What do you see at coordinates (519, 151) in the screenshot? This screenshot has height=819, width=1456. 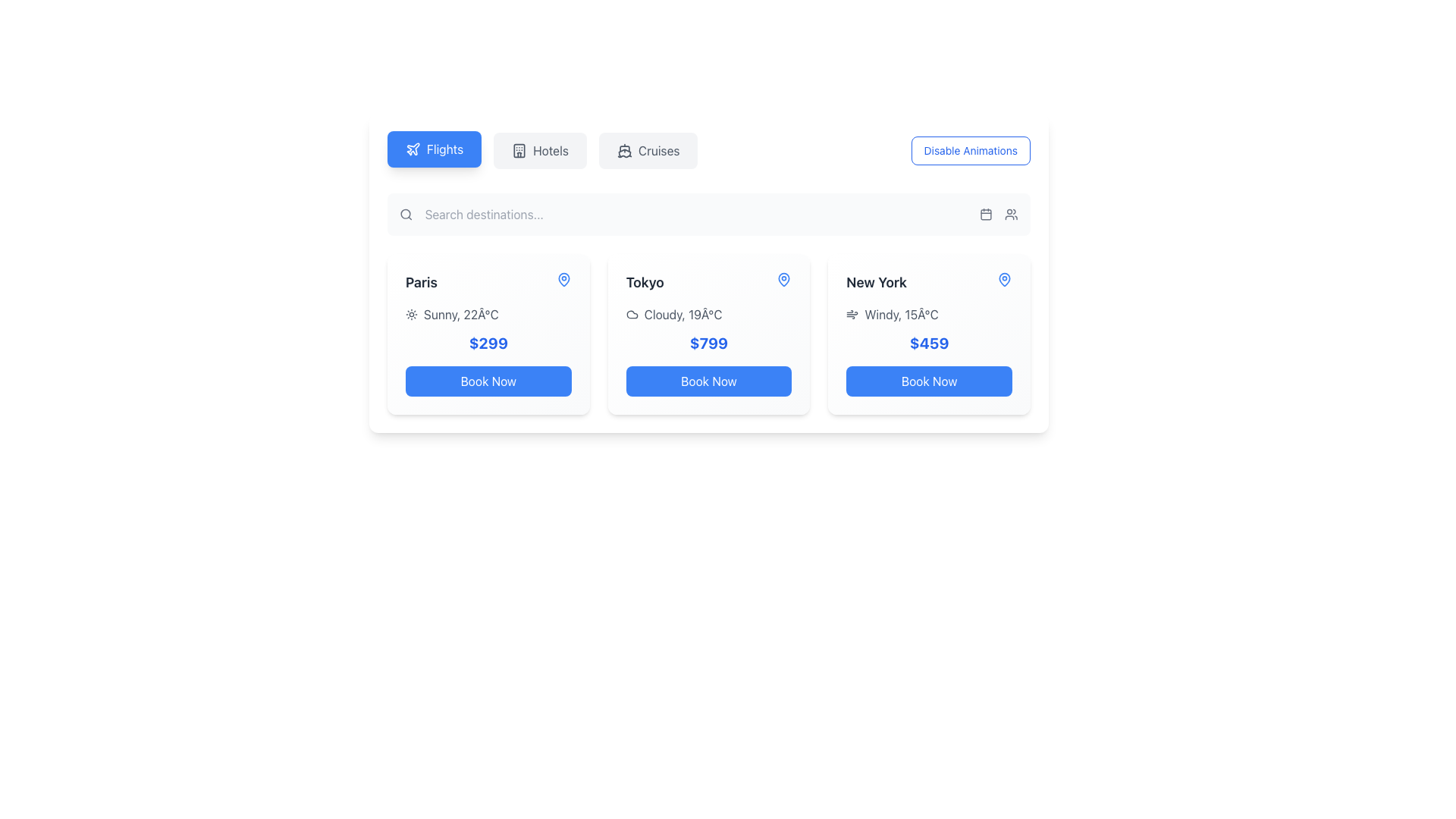 I see `the hotel icon located in the navigation bar, which is styled in a dark color and positioned to the left of the word 'hotels'` at bounding box center [519, 151].